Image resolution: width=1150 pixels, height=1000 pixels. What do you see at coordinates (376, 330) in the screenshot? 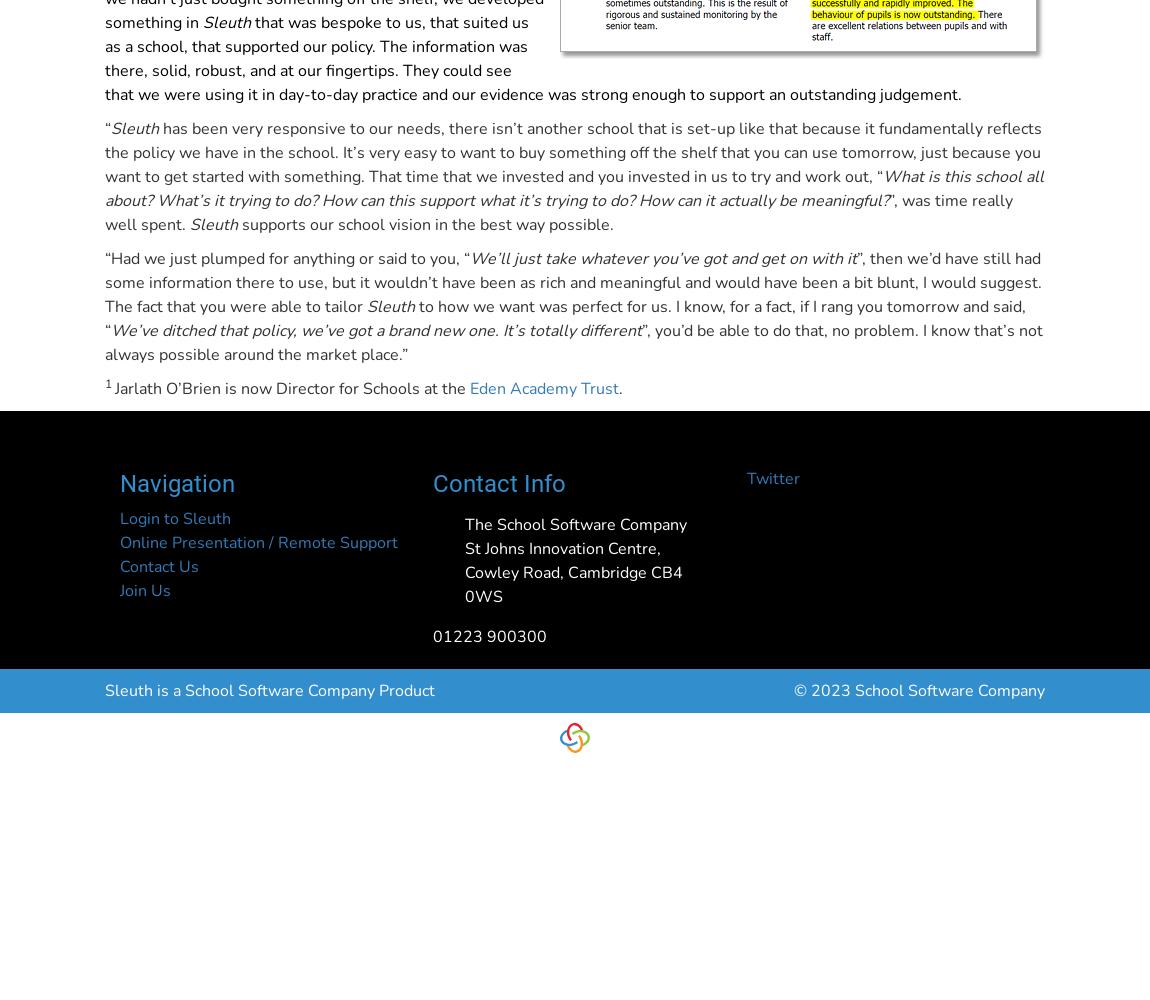
I see `'We’ve ditched that policy, we’ve got a brand new one. It’s totally different'` at bounding box center [376, 330].